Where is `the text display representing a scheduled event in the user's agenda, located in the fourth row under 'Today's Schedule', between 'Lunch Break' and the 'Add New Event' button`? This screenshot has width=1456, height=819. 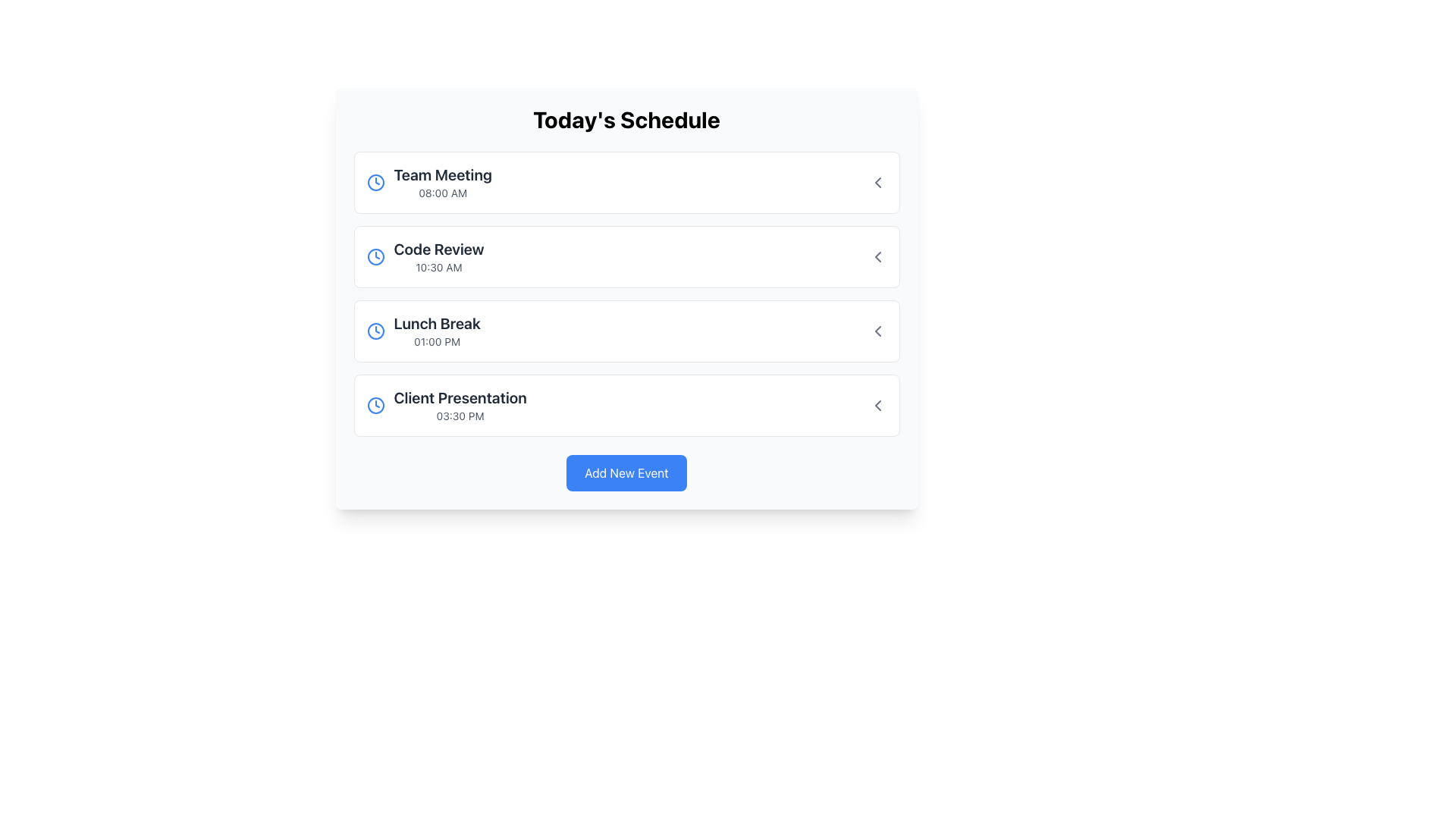 the text display representing a scheduled event in the user's agenda, located in the fourth row under 'Today's Schedule', between 'Lunch Break' and the 'Add New Event' button is located at coordinates (460, 405).